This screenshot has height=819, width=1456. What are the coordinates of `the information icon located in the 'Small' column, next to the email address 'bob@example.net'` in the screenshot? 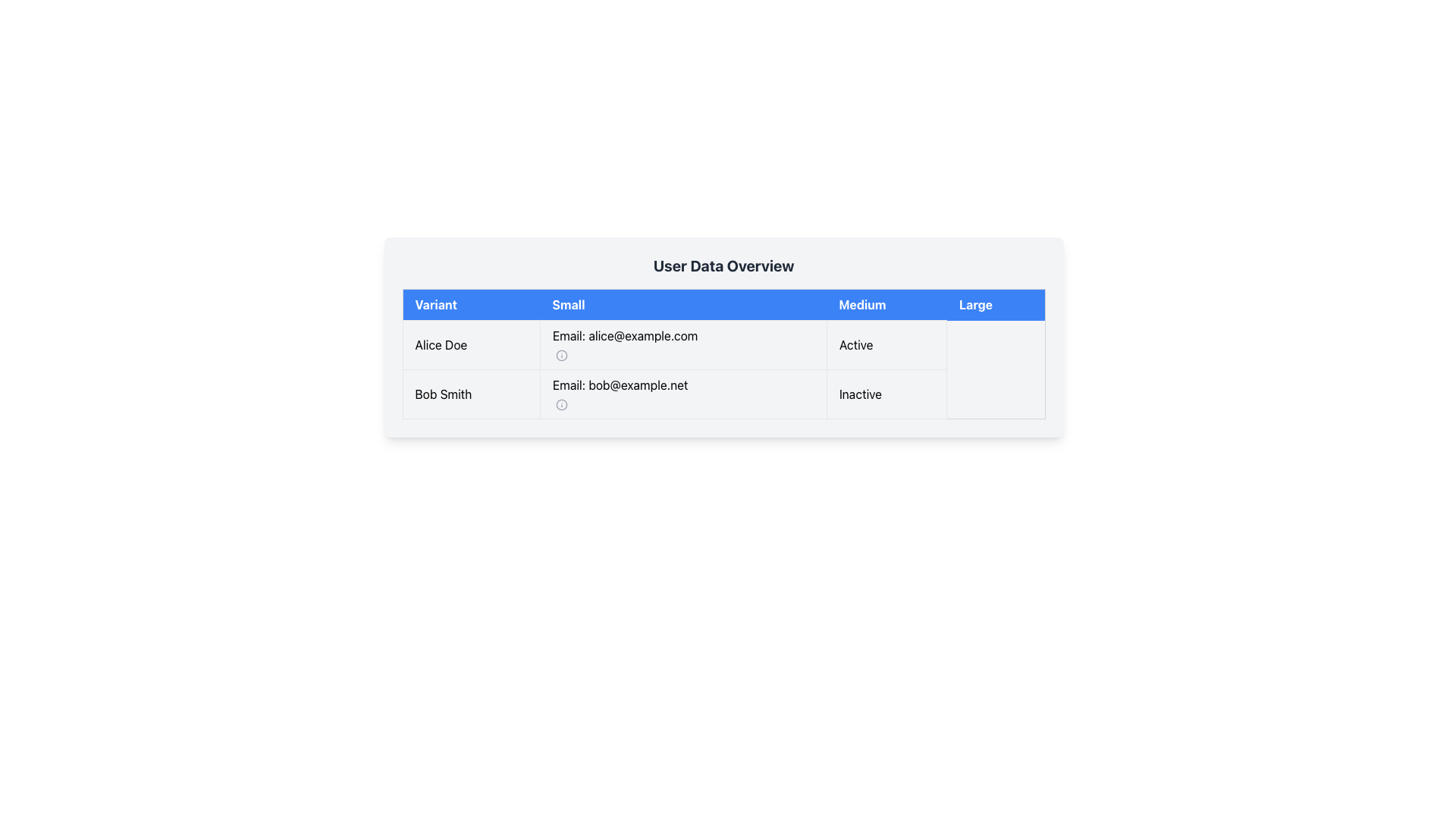 It's located at (560, 403).